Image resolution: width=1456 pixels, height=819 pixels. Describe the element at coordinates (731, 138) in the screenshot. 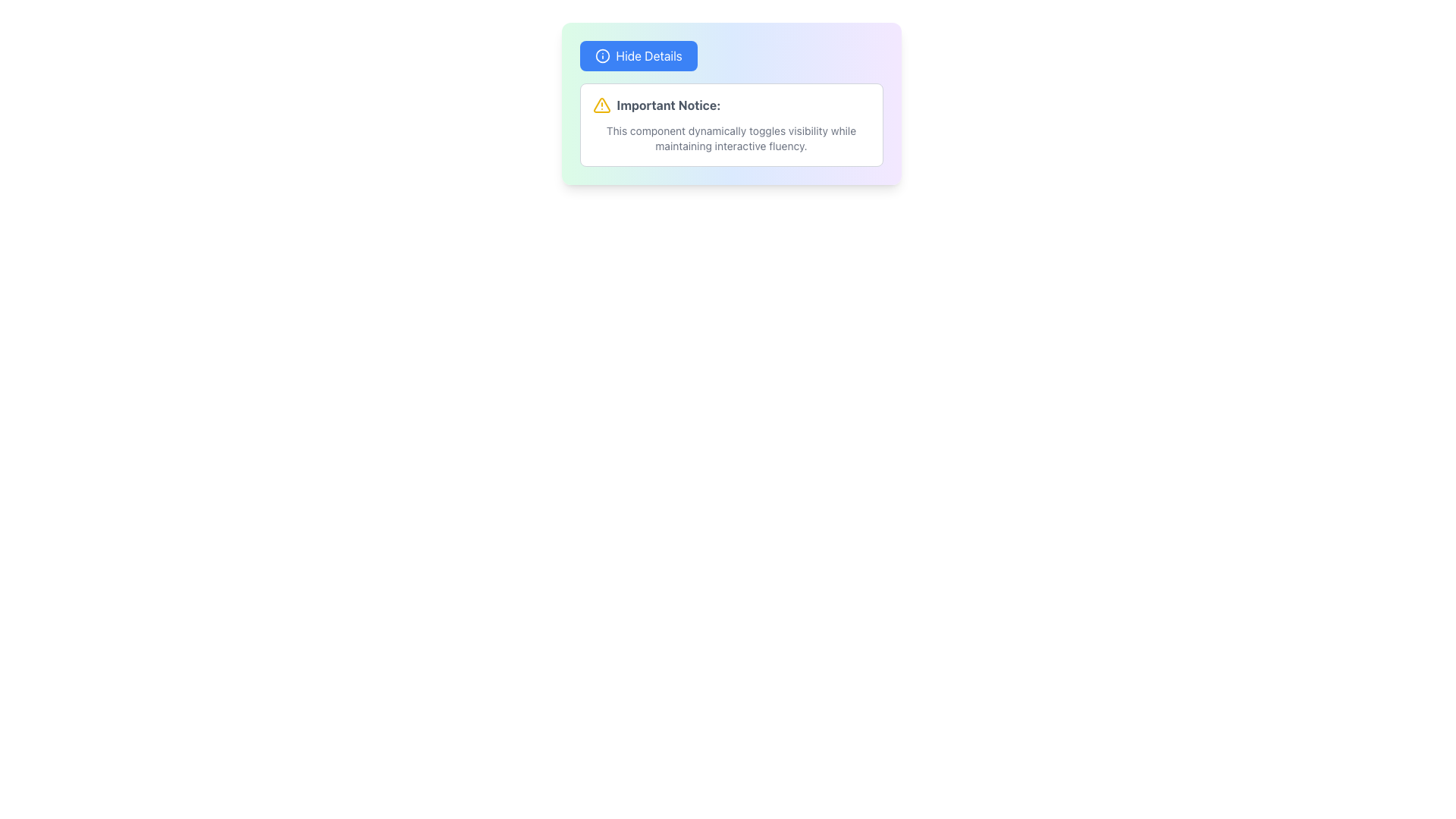

I see `text content of the textual component displaying 'This component dynamically toggles visibility while maintaining interactive fluency.' which is styled in subdued gray and located directly below the 'Important Notice:' label` at that location.